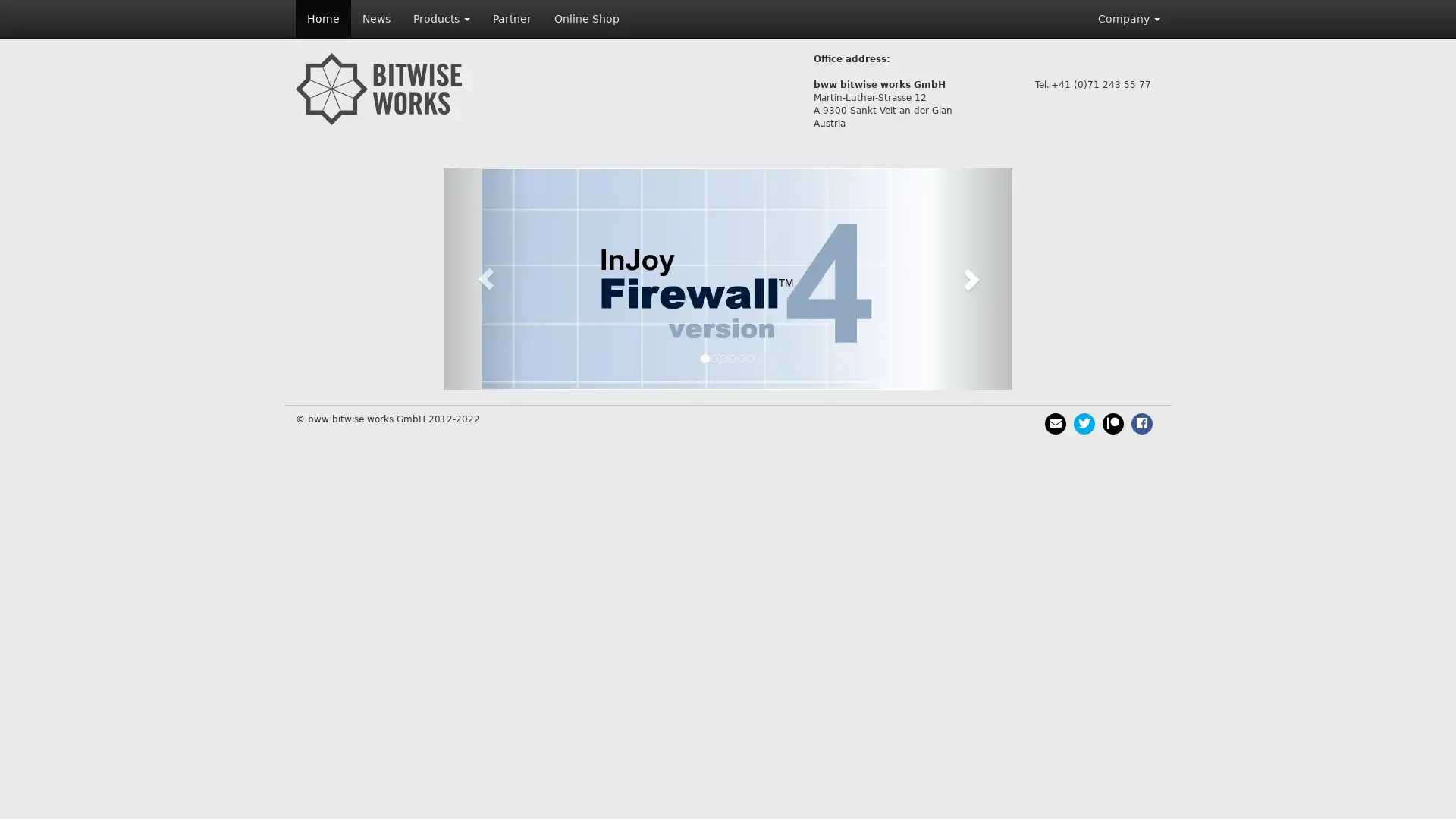 The height and width of the screenshot is (819, 1456). What do you see at coordinates (968, 278) in the screenshot?
I see `Next` at bounding box center [968, 278].